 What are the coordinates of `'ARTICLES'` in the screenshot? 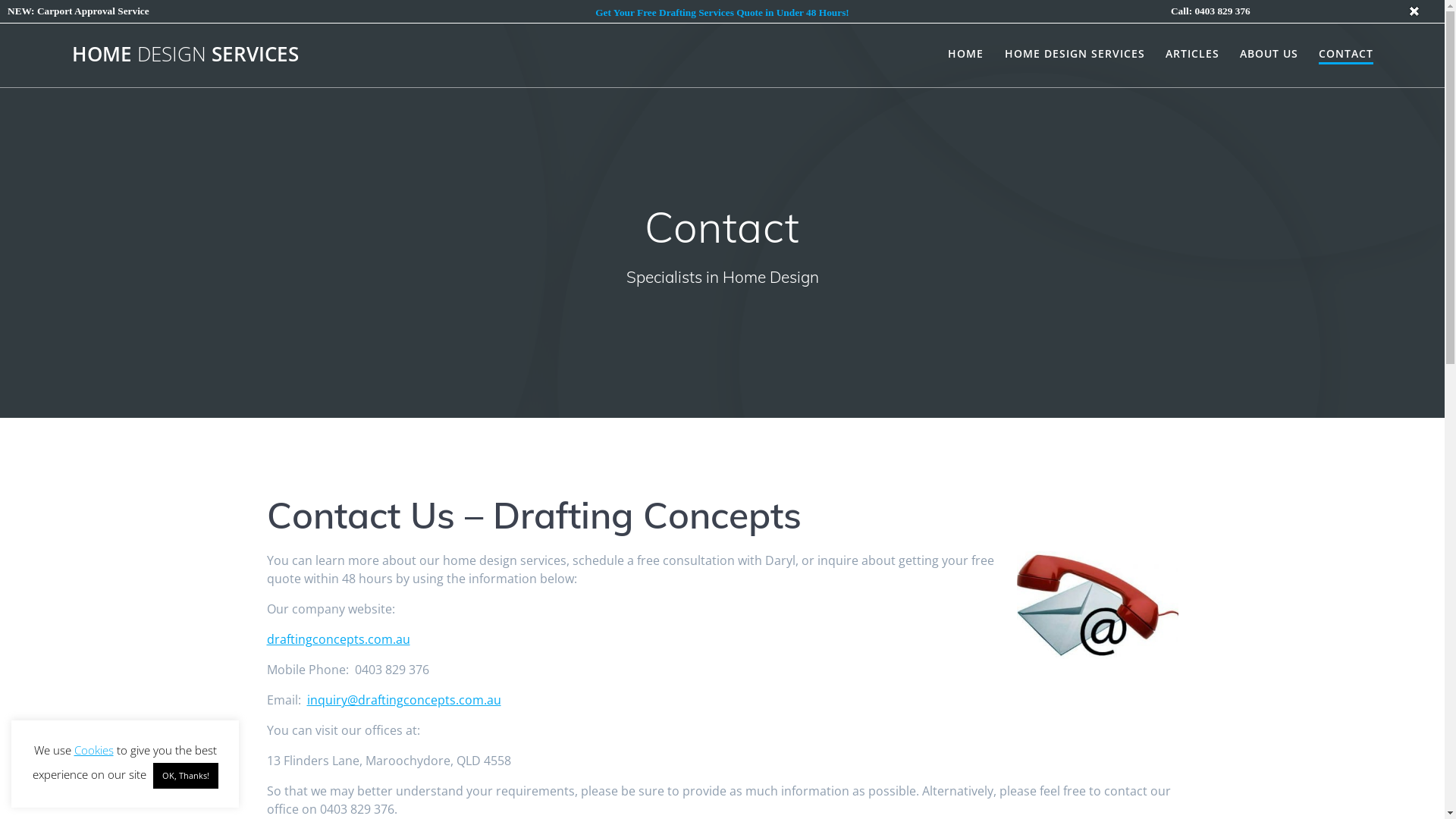 It's located at (1164, 52).